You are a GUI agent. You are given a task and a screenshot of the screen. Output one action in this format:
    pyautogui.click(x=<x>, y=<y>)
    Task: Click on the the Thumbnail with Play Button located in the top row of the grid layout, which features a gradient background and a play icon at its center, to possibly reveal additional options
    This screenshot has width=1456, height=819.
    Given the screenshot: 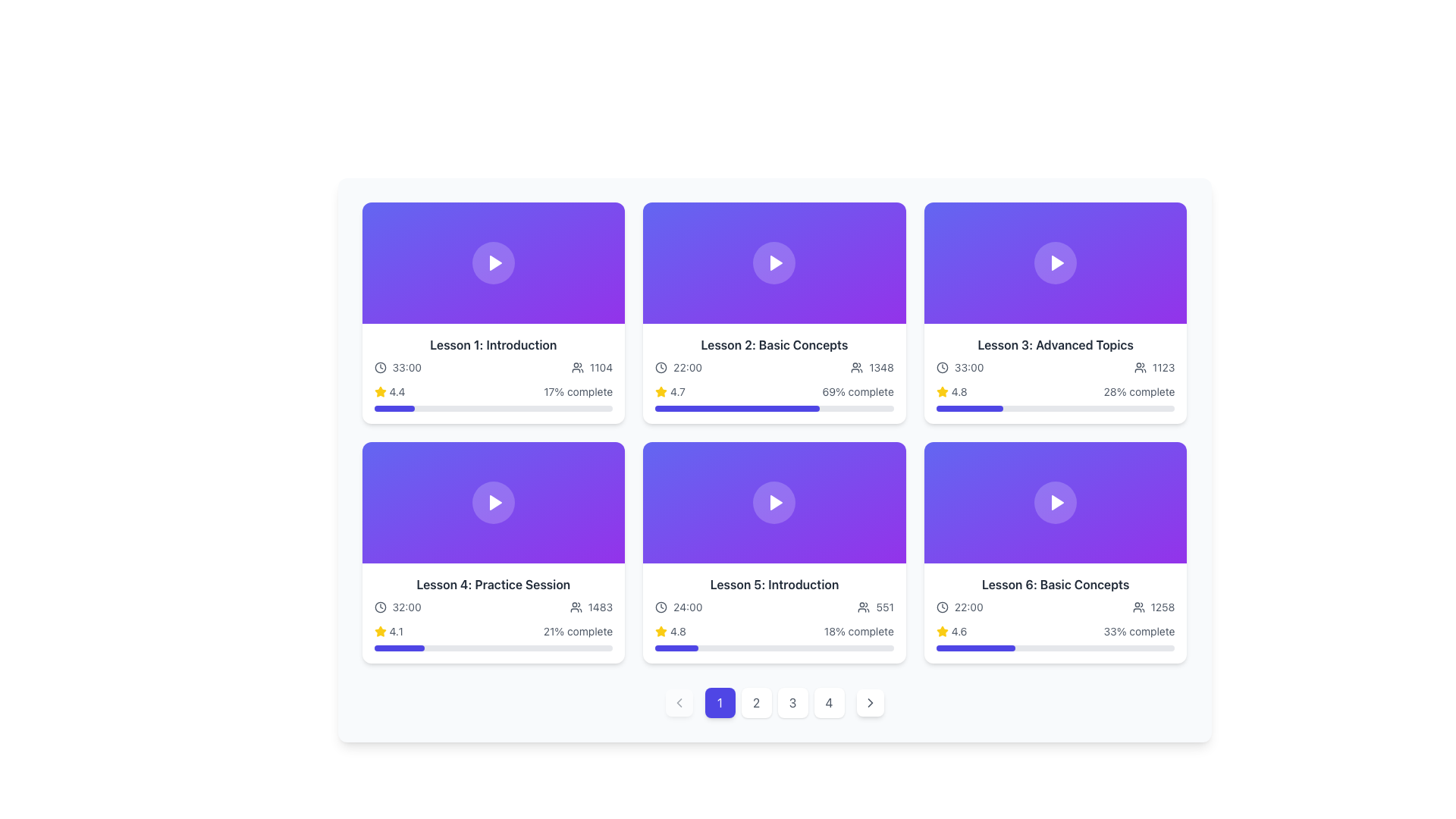 What is the action you would take?
    pyautogui.click(x=774, y=262)
    